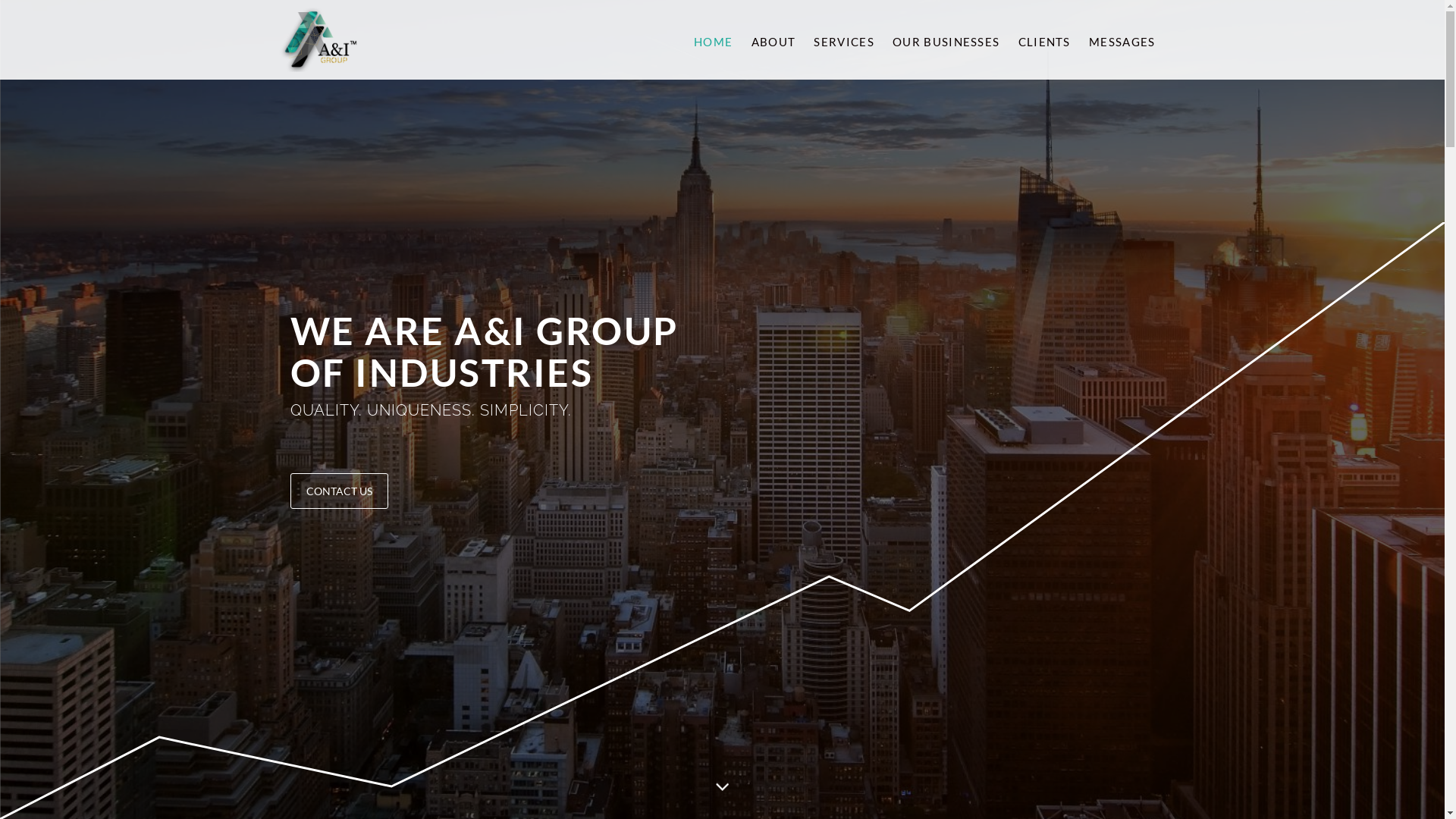 This screenshot has height=819, width=1456. What do you see at coordinates (739, 39) in the screenshot?
I see `' ABOUT'` at bounding box center [739, 39].